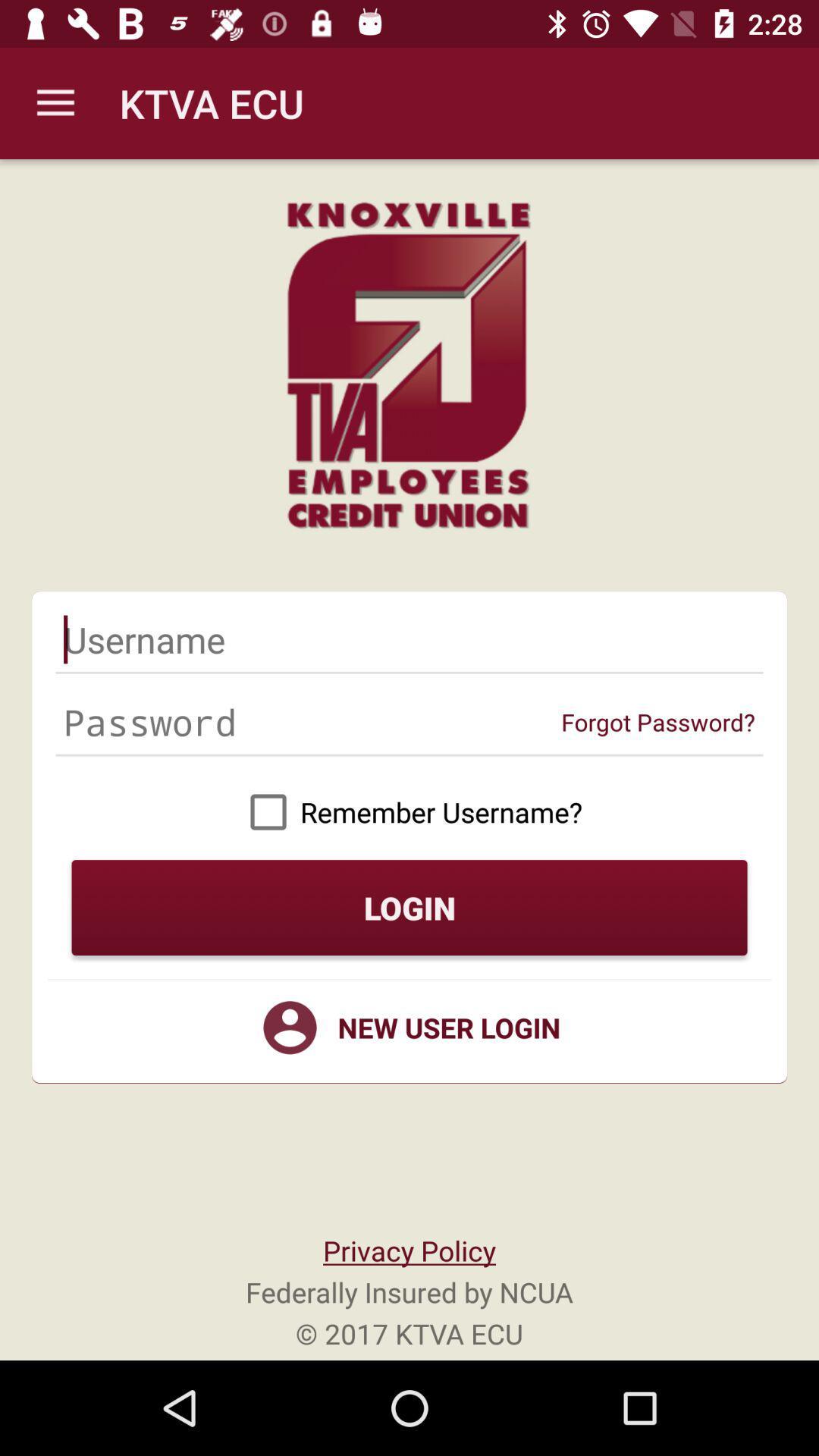 Image resolution: width=819 pixels, height=1456 pixels. Describe the element at coordinates (409, 1250) in the screenshot. I see `the privacy policy item` at that location.